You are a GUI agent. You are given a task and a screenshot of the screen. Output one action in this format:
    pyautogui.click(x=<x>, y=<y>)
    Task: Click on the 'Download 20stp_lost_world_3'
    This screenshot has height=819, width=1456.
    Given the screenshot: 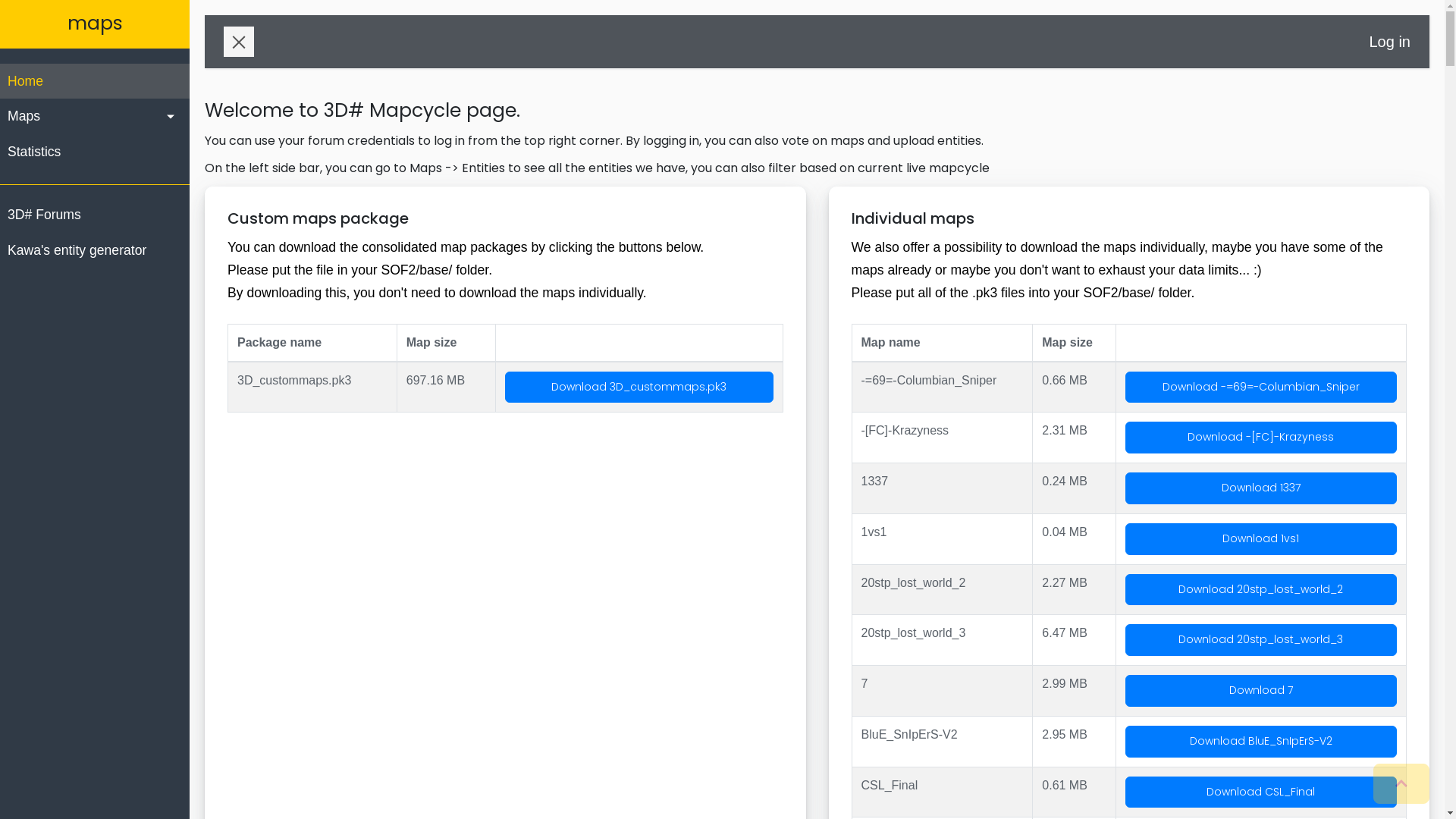 What is the action you would take?
    pyautogui.click(x=1260, y=640)
    